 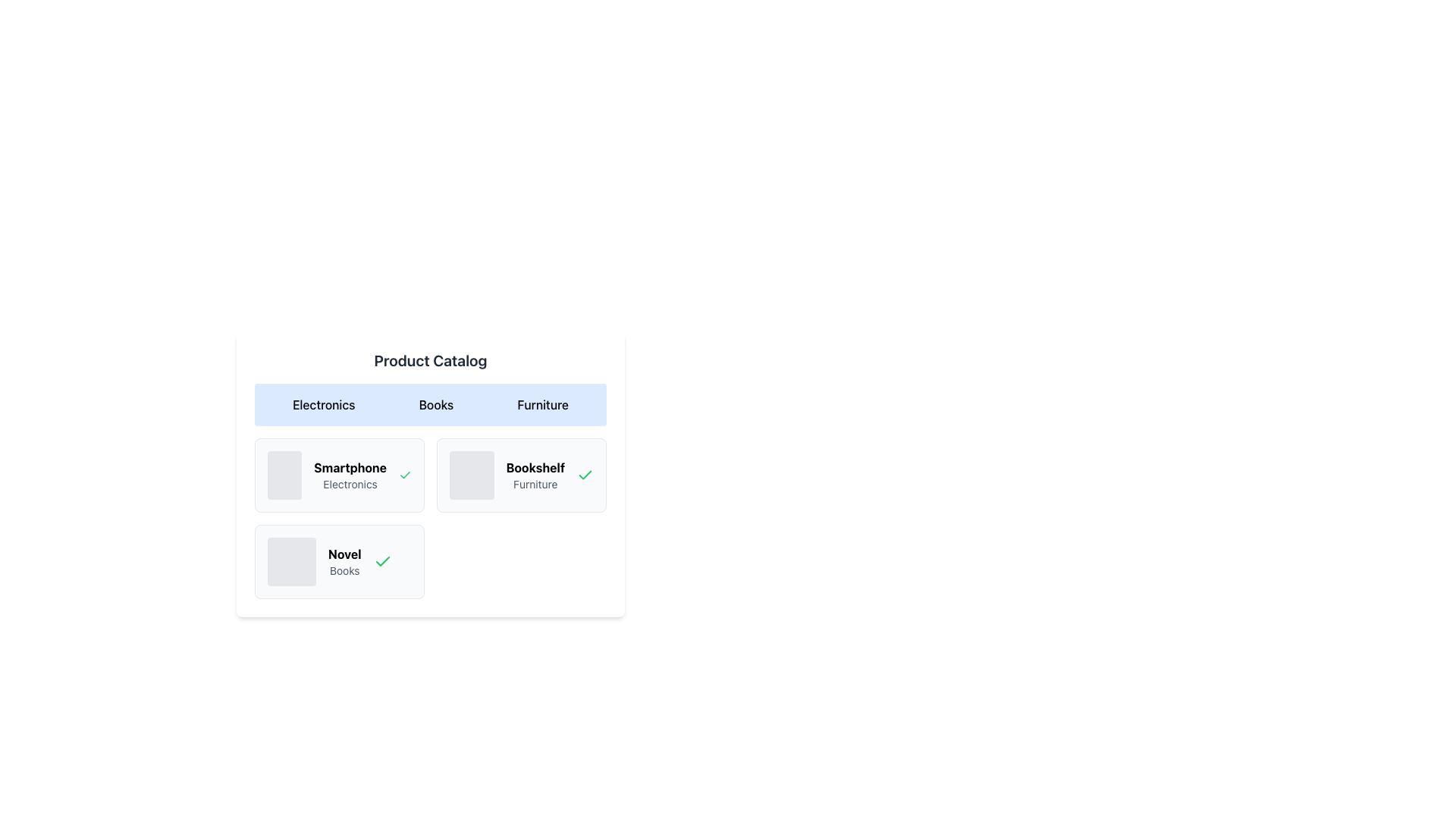 I want to click on the bolded text label 'Novel' in the second card of the 'Books' tab, which is positioned above the 'Books' text, so click(x=344, y=554).